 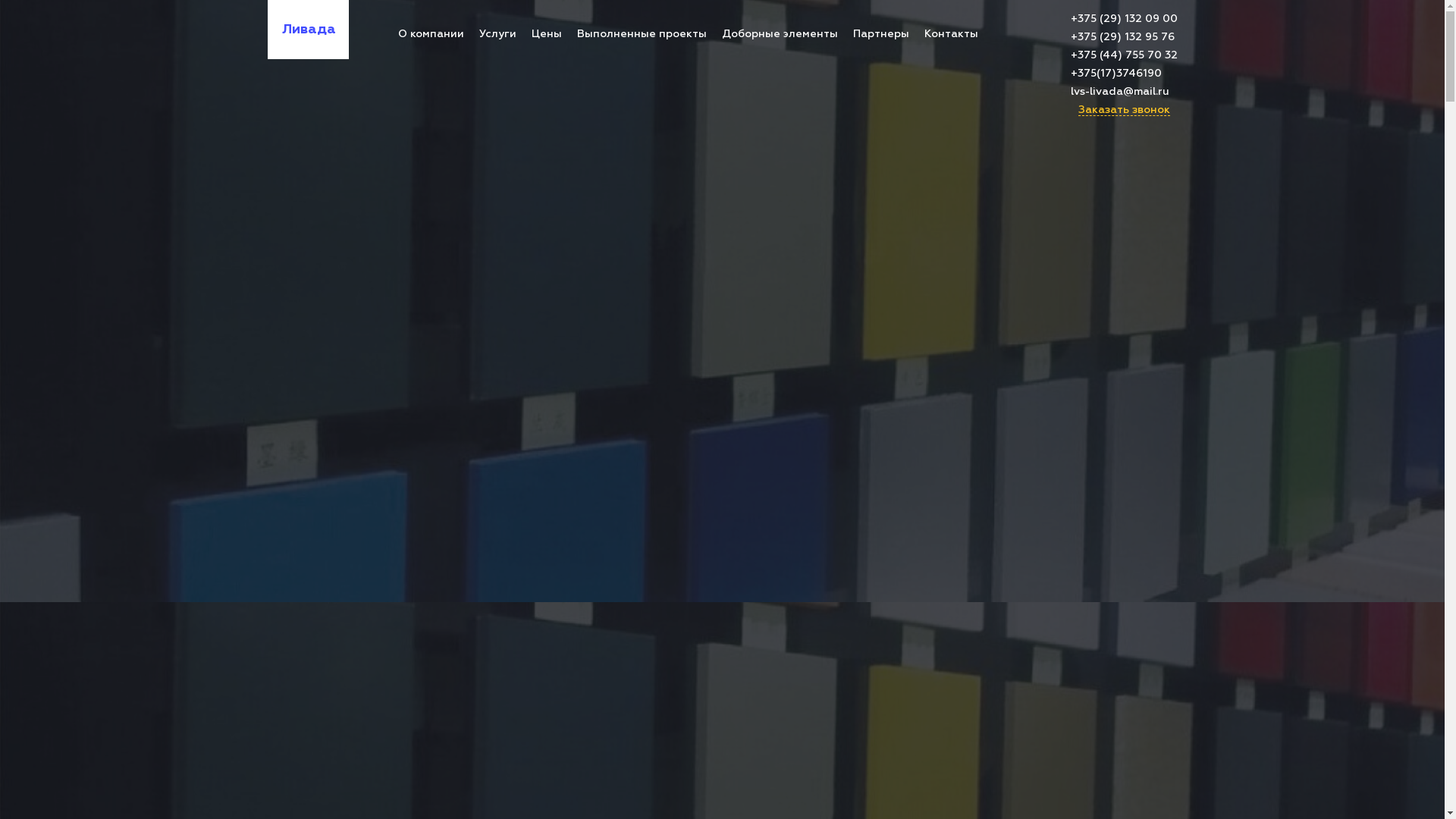 I want to click on '+375 (29) 132 95 76', so click(x=1124, y=36).